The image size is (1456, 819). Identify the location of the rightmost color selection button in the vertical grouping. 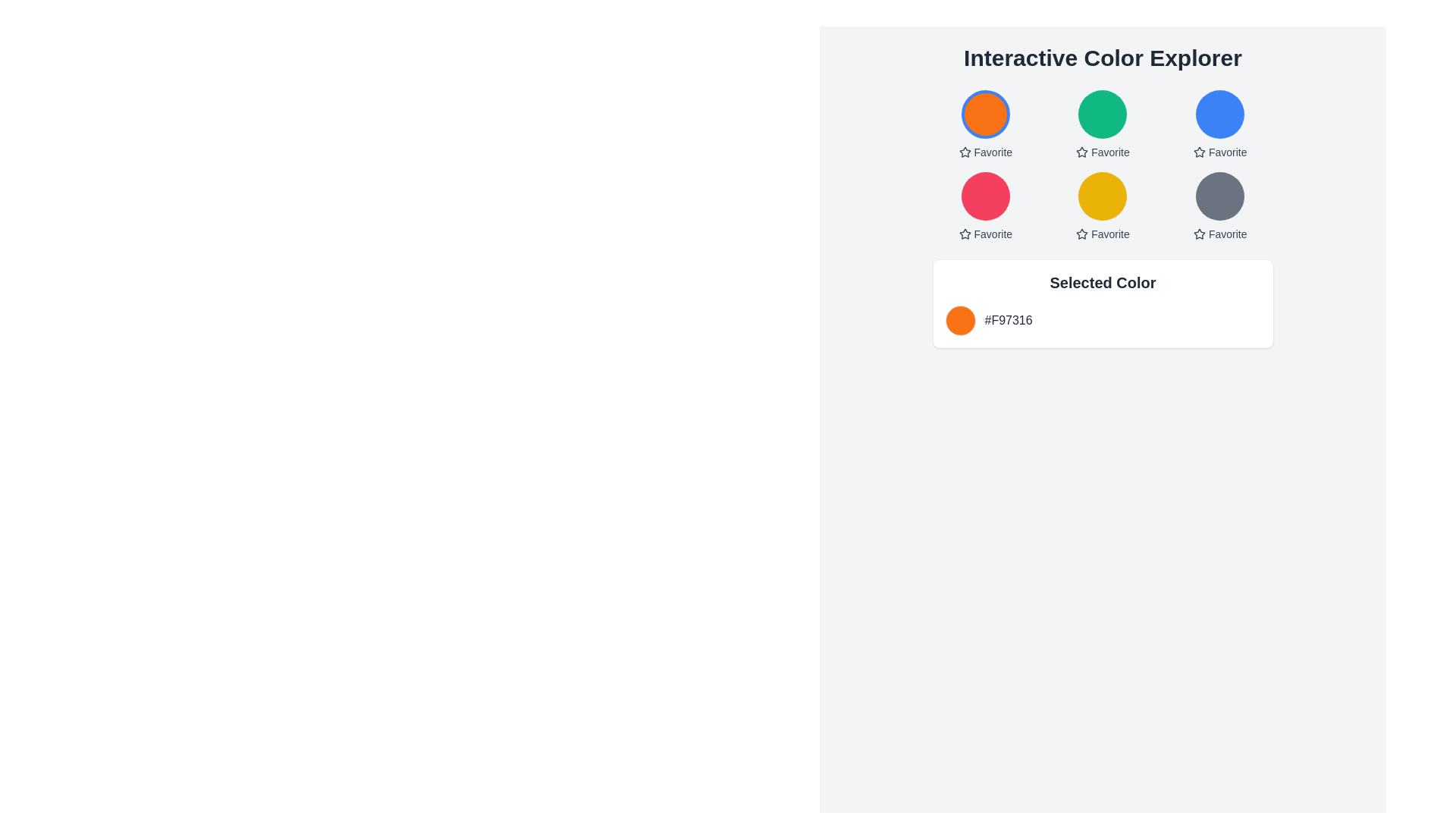
(1220, 195).